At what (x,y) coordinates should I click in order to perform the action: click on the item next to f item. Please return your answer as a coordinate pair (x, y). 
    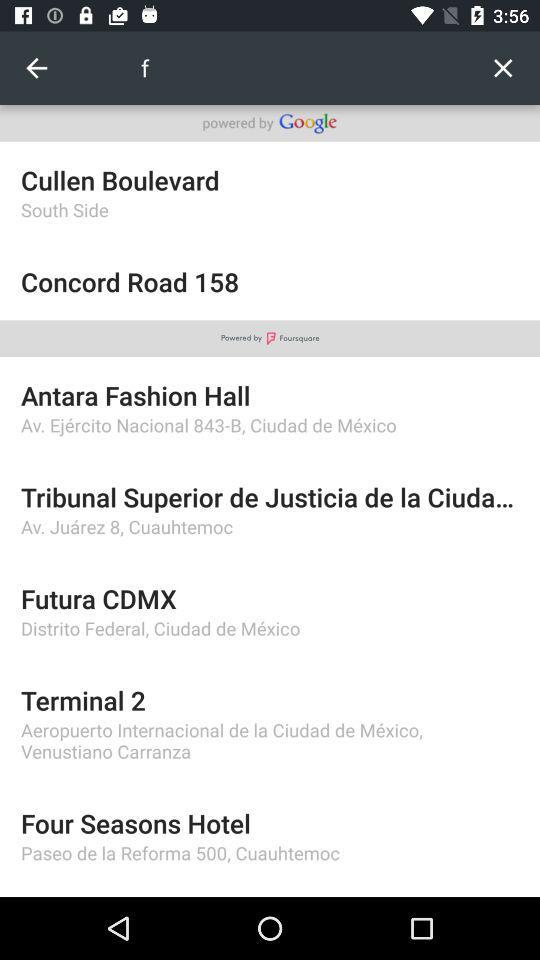
    Looking at the image, I should click on (502, 68).